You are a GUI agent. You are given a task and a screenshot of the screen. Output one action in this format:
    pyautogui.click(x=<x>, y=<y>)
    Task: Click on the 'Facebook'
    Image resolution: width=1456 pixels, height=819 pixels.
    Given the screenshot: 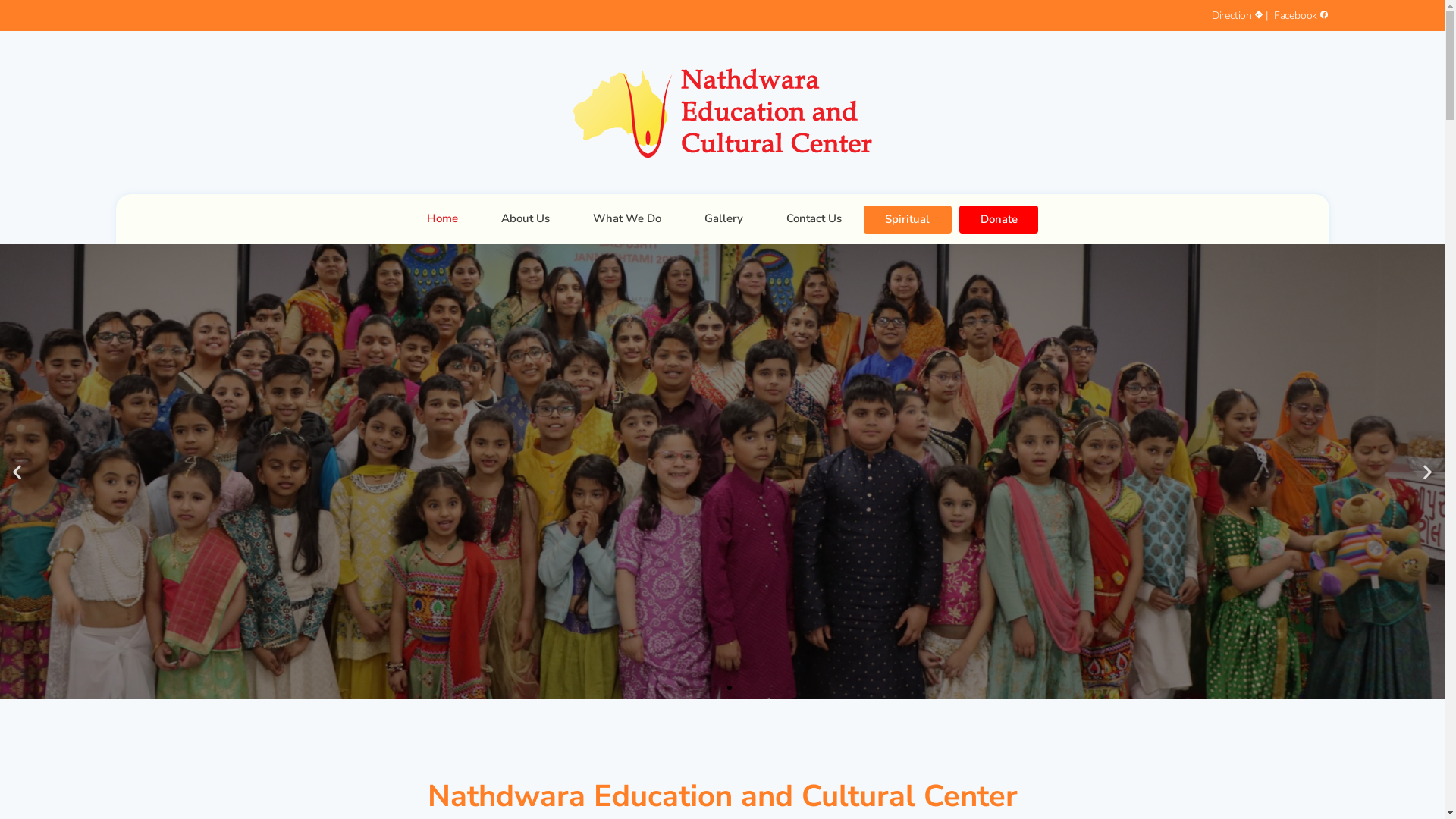 What is the action you would take?
    pyautogui.click(x=1298, y=15)
    